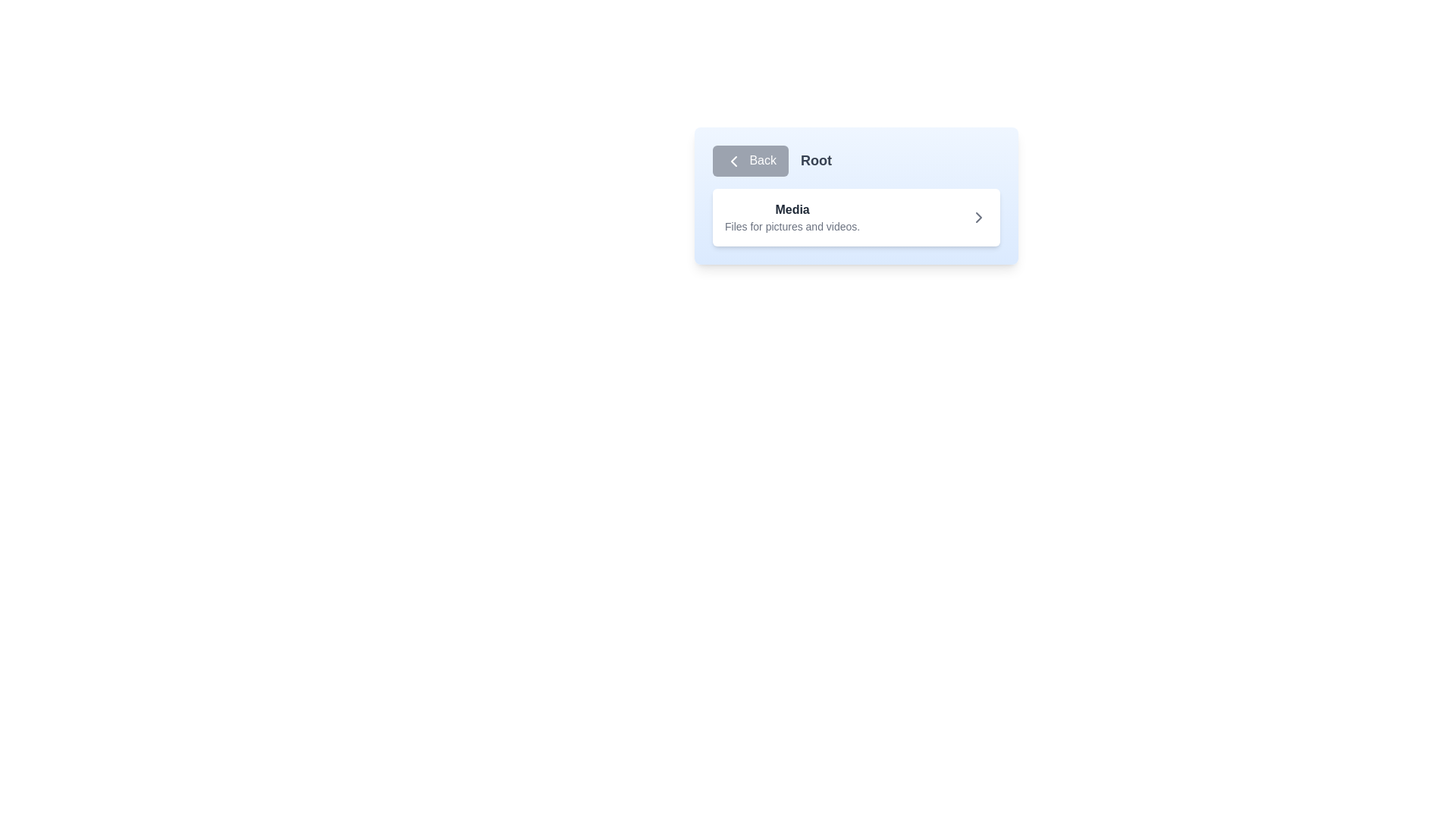 The image size is (1456, 819). I want to click on the 'Back' button, which is a rectangular button with rounded corners, styled with a blue background and white text, located at the top-left corner of the interface, so click(750, 161).